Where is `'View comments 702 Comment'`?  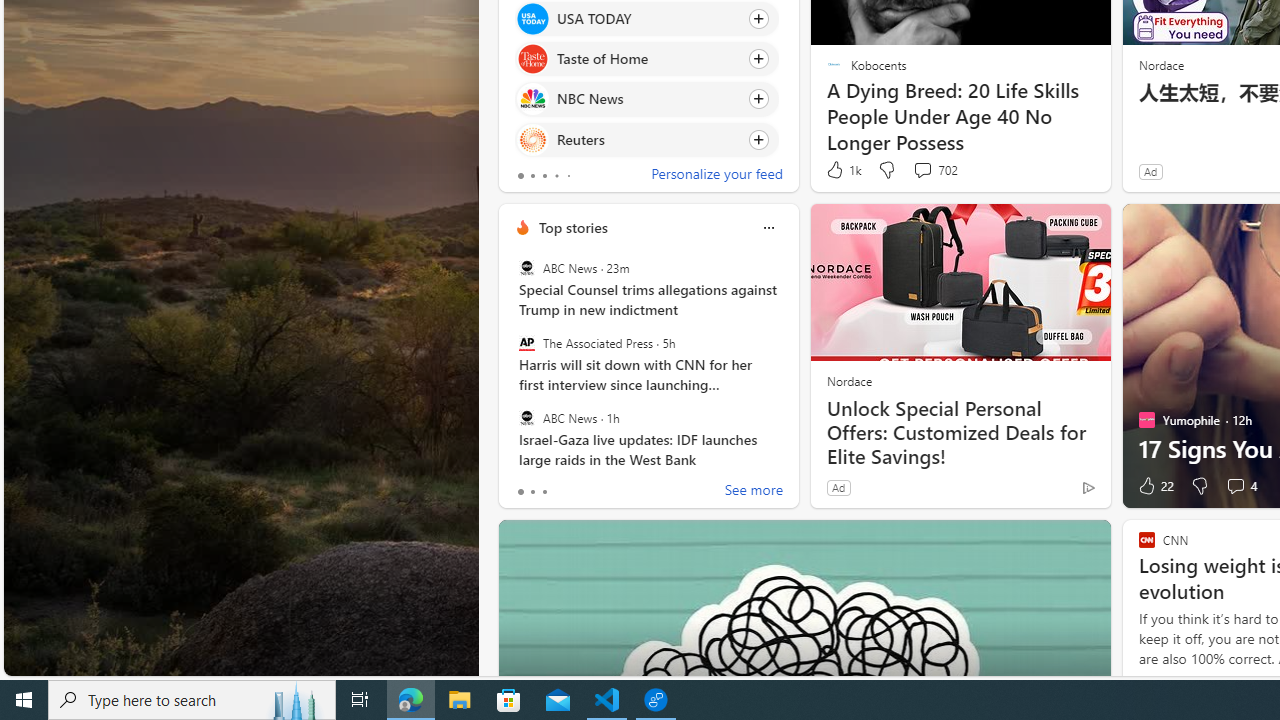
'View comments 702 Comment' is located at coordinates (921, 168).